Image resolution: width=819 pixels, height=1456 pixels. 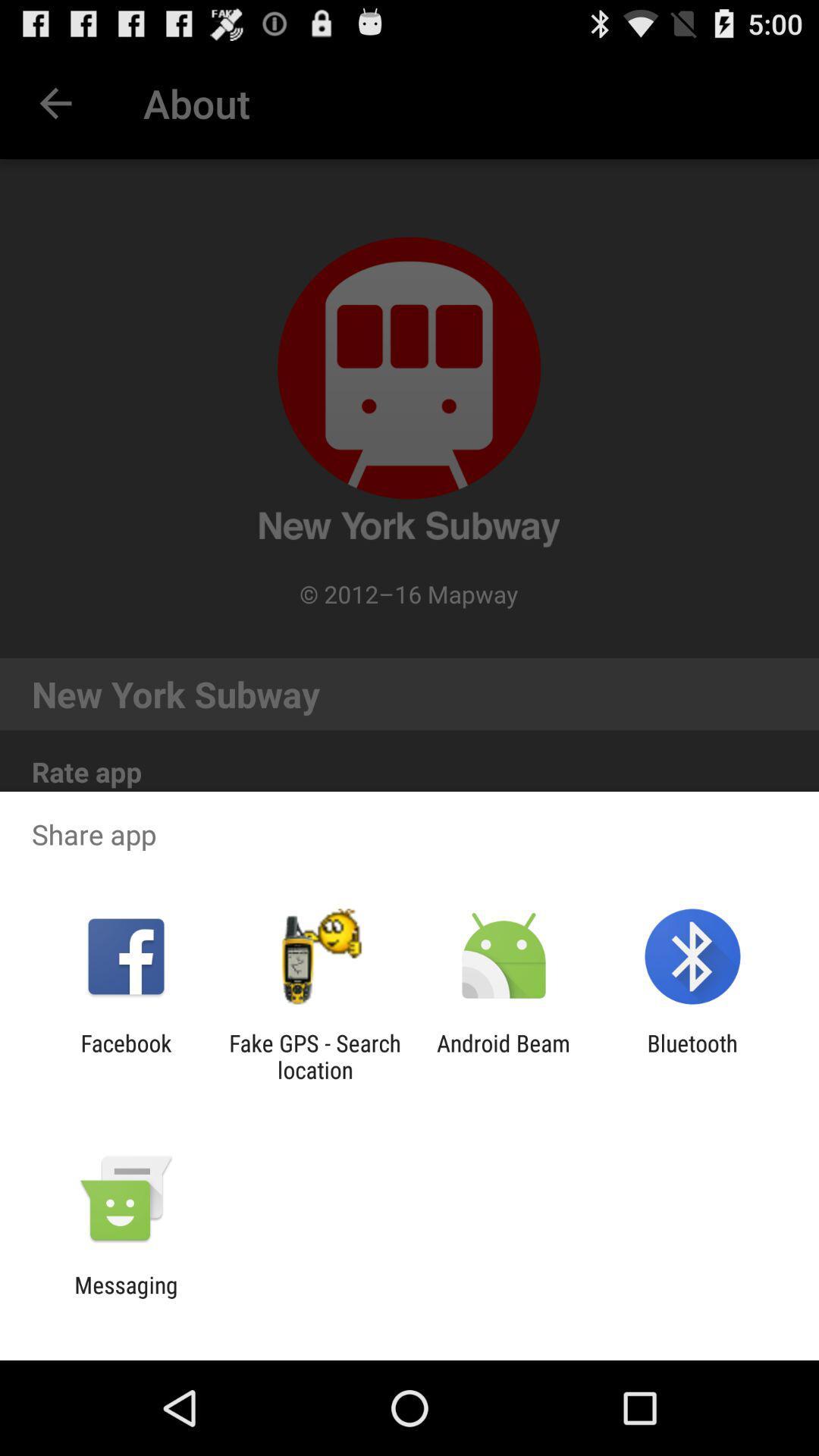 What do you see at coordinates (314, 1056) in the screenshot?
I see `the app to the right of facebook icon` at bounding box center [314, 1056].